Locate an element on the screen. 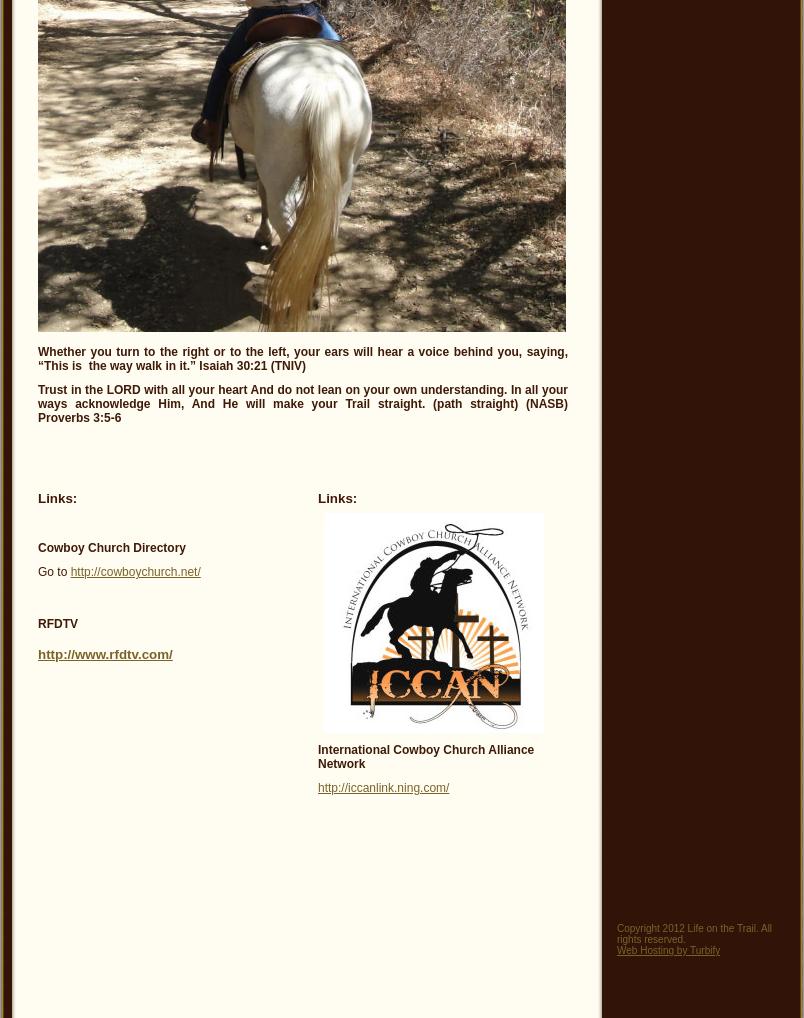  'RFDTV' is located at coordinates (56, 623).